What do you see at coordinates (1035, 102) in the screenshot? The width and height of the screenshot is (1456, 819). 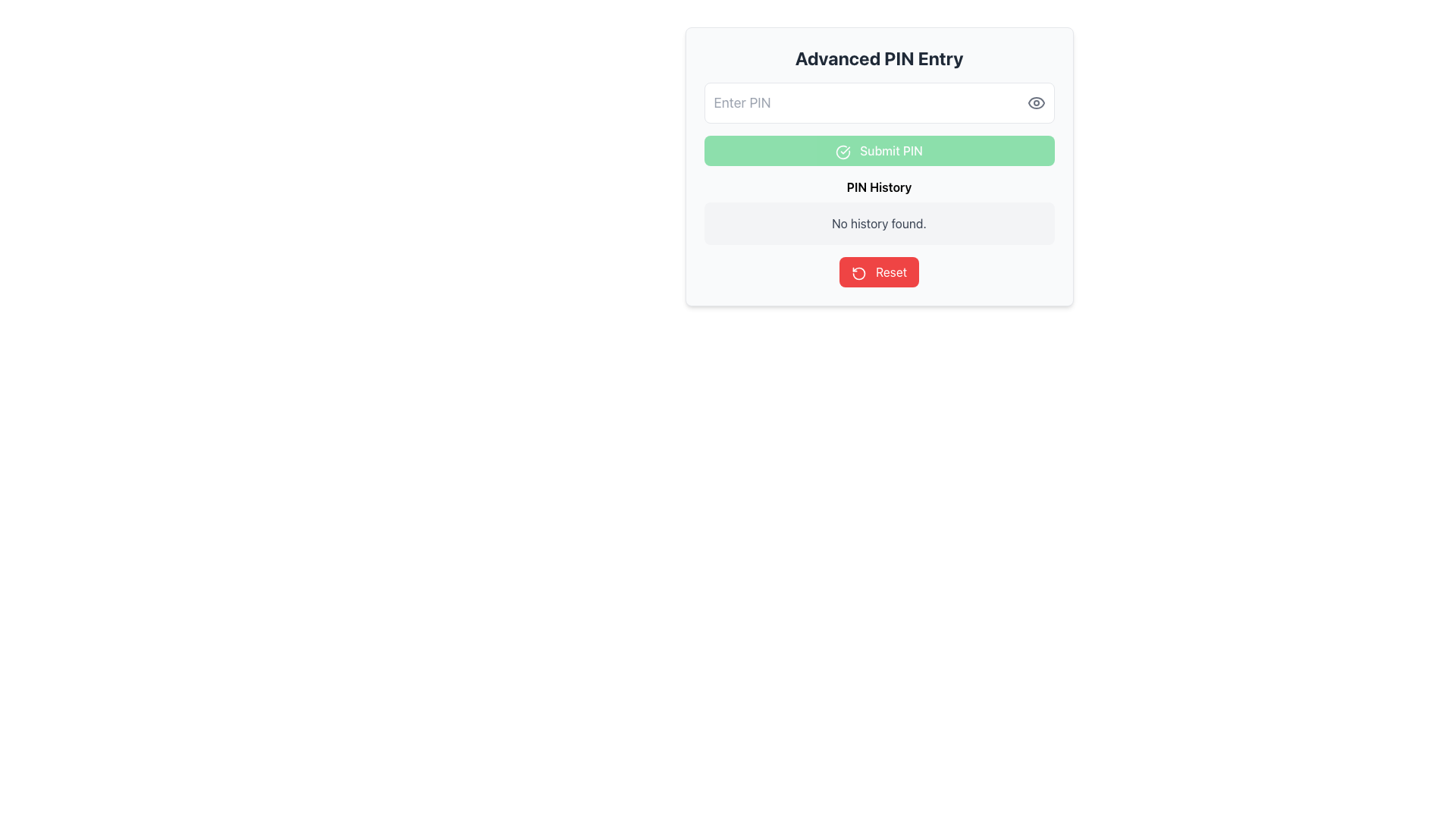 I see `the eye icon that serves as a visibility toggle for the 'Enter PIN' input field` at bounding box center [1035, 102].